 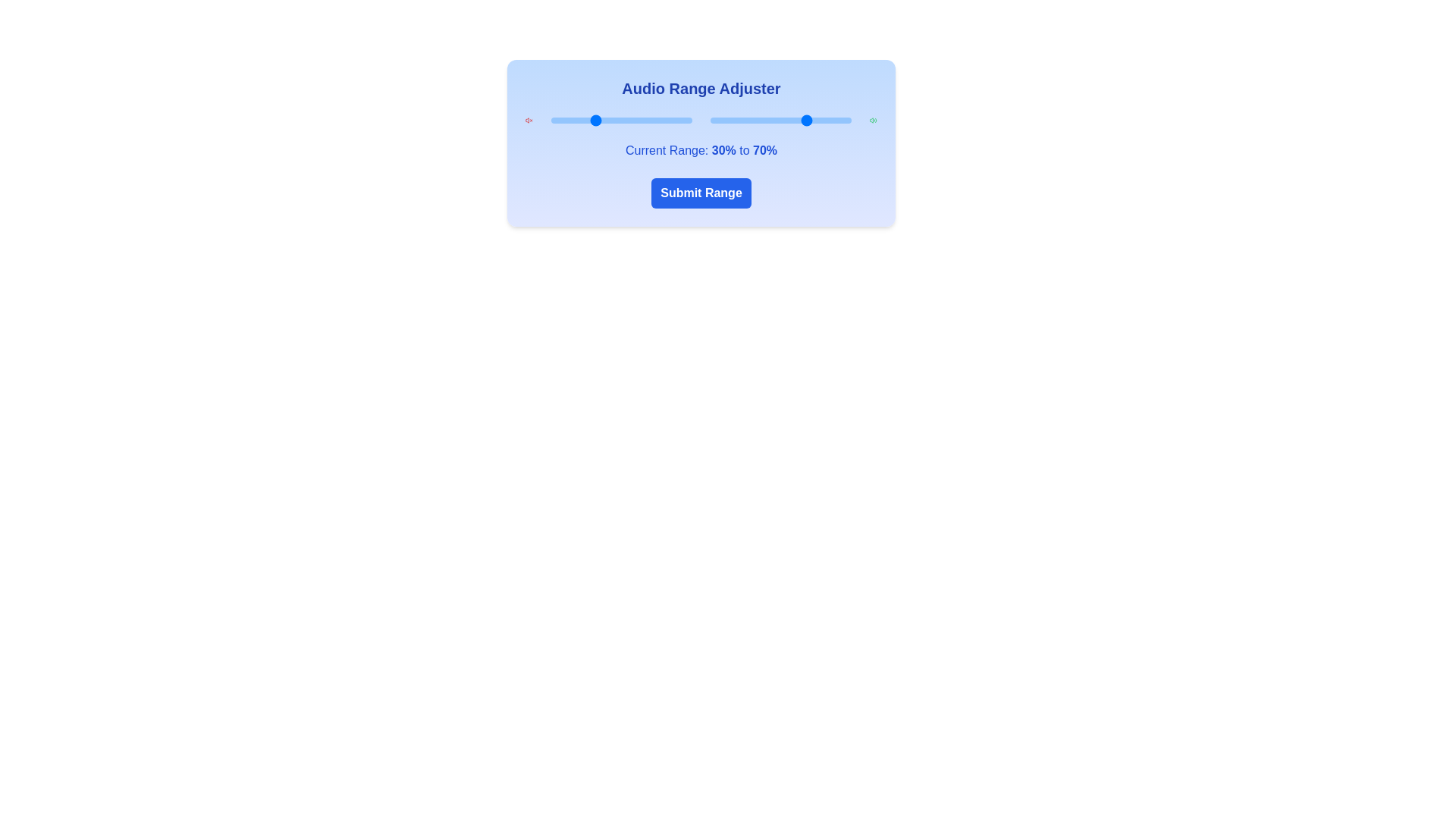 What do you see at coordinates (649, 119) in the screenshot?
I see `the slider` at bounding box center [649, 119].